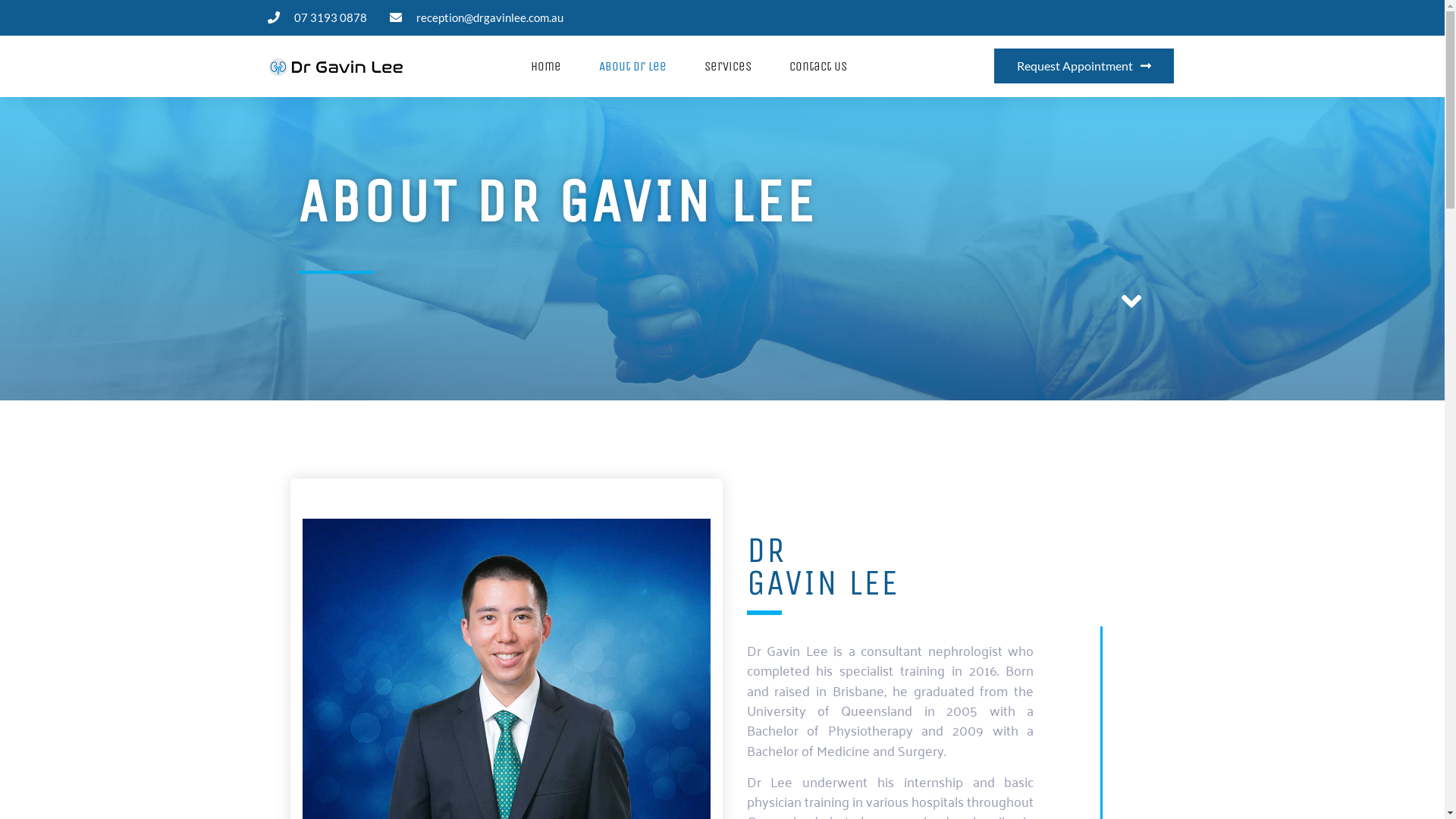  I want to click on '07 3193 0878', so click(315, 17).